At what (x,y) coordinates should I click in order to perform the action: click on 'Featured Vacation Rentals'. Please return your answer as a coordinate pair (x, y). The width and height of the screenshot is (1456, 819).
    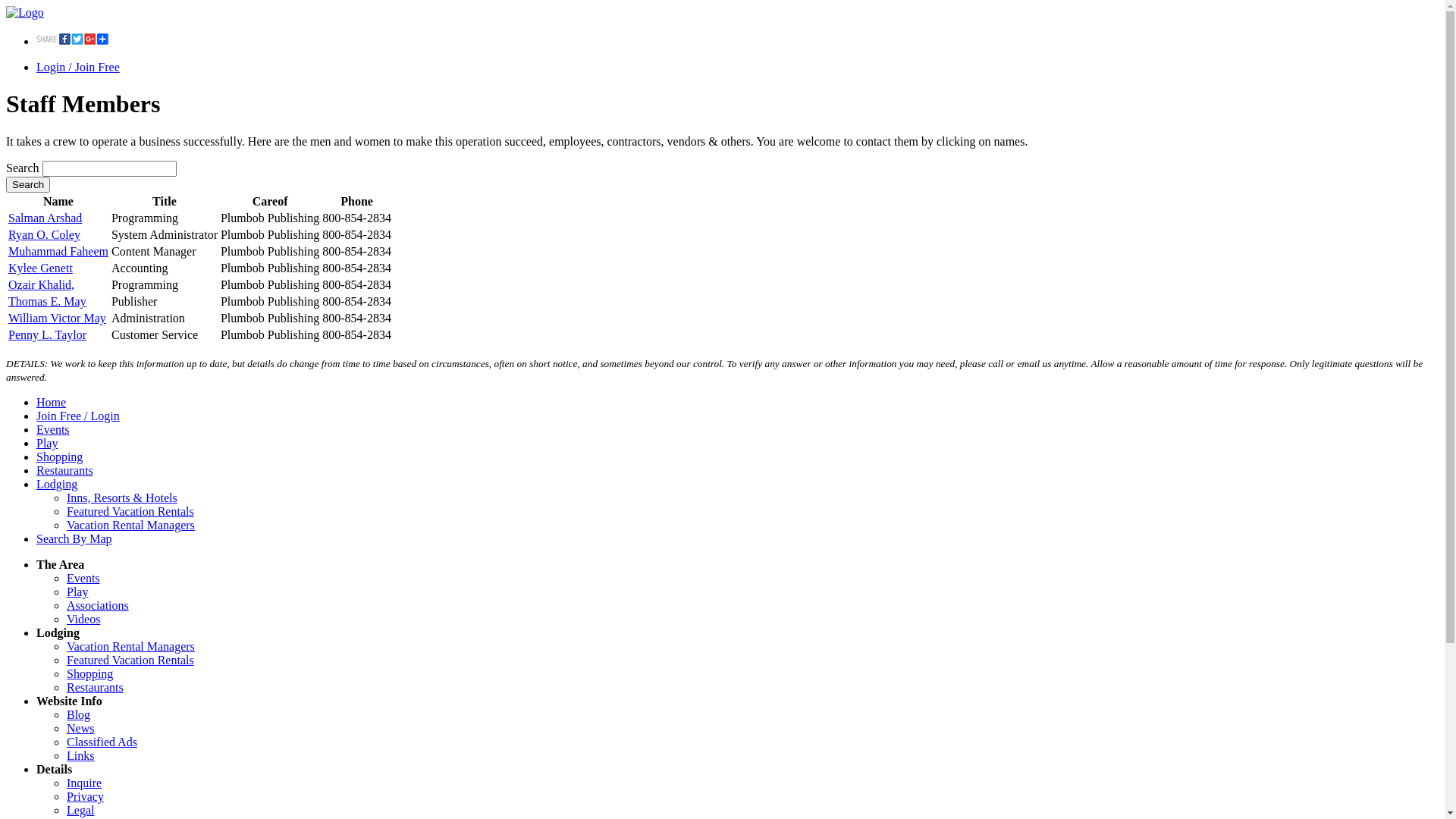
    Looking at the image, I should click on (130, 511).